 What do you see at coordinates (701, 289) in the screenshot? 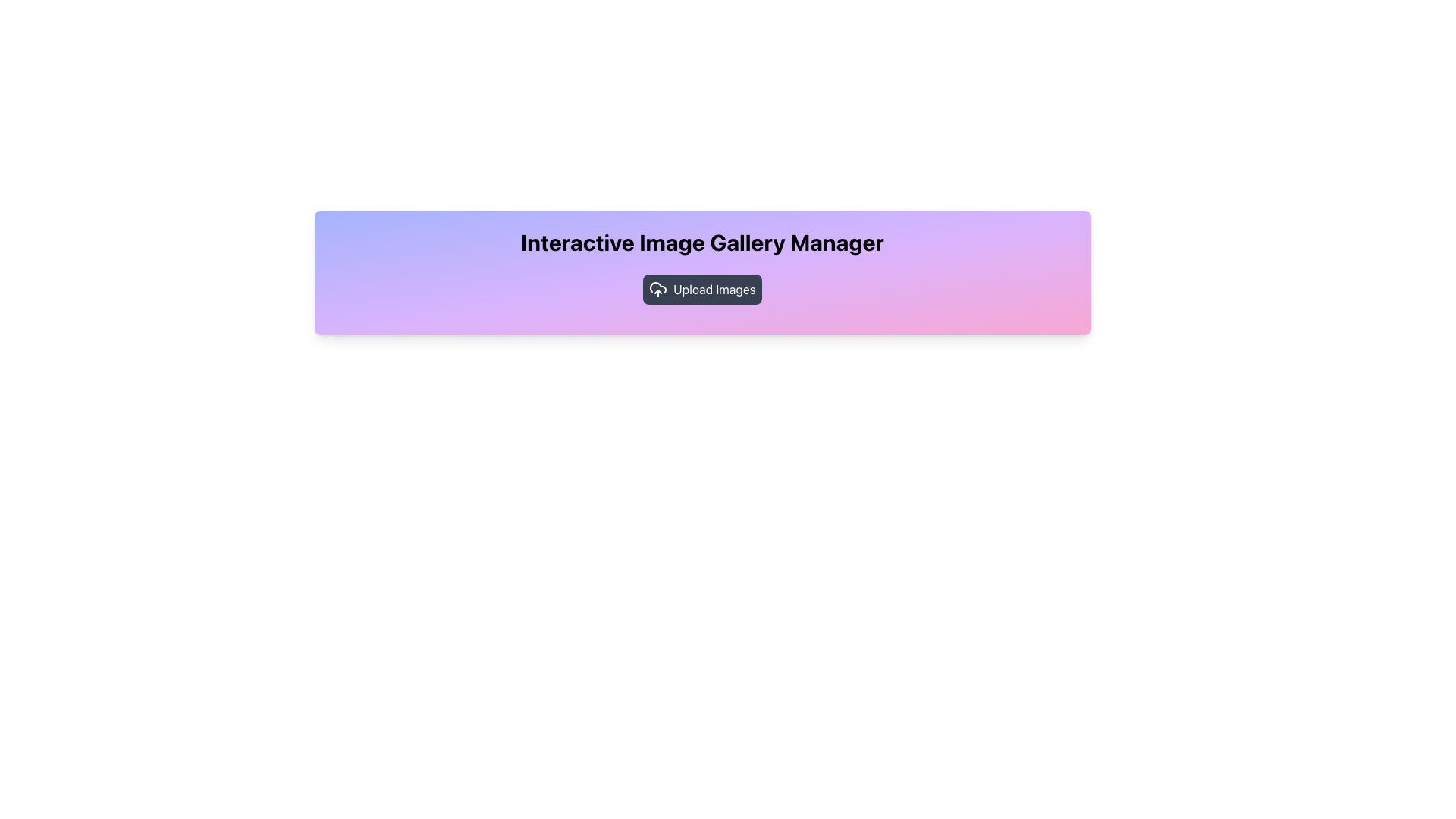
I see `the 'Upload Images' button, which is a rectangular button with a dark gray background and white text` at bounding box center [701, 289].